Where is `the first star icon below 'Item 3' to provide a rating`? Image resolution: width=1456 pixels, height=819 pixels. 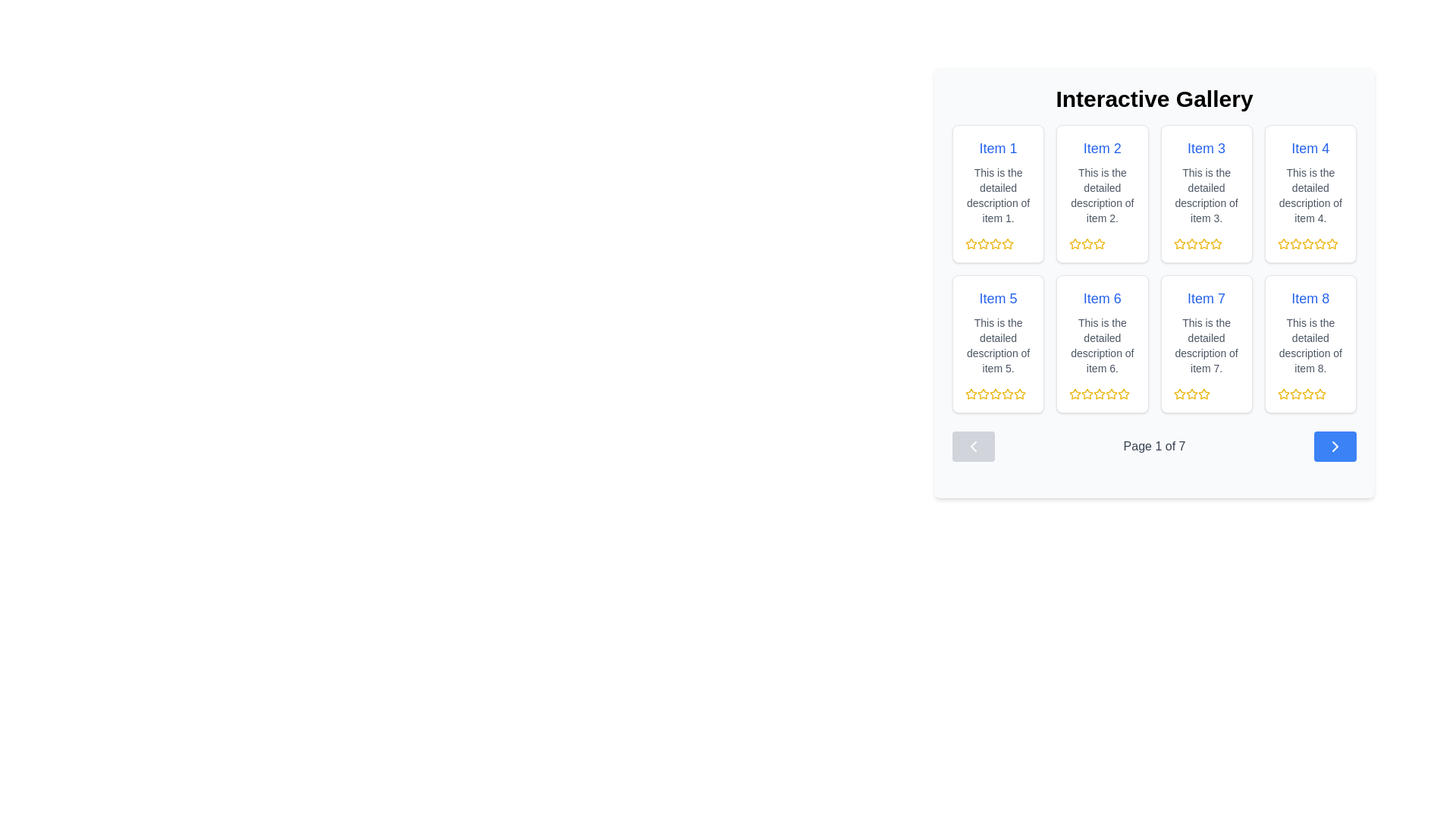
the first star icon below 'Item 3' to provide a rating is located at coordinates (1178, 243).